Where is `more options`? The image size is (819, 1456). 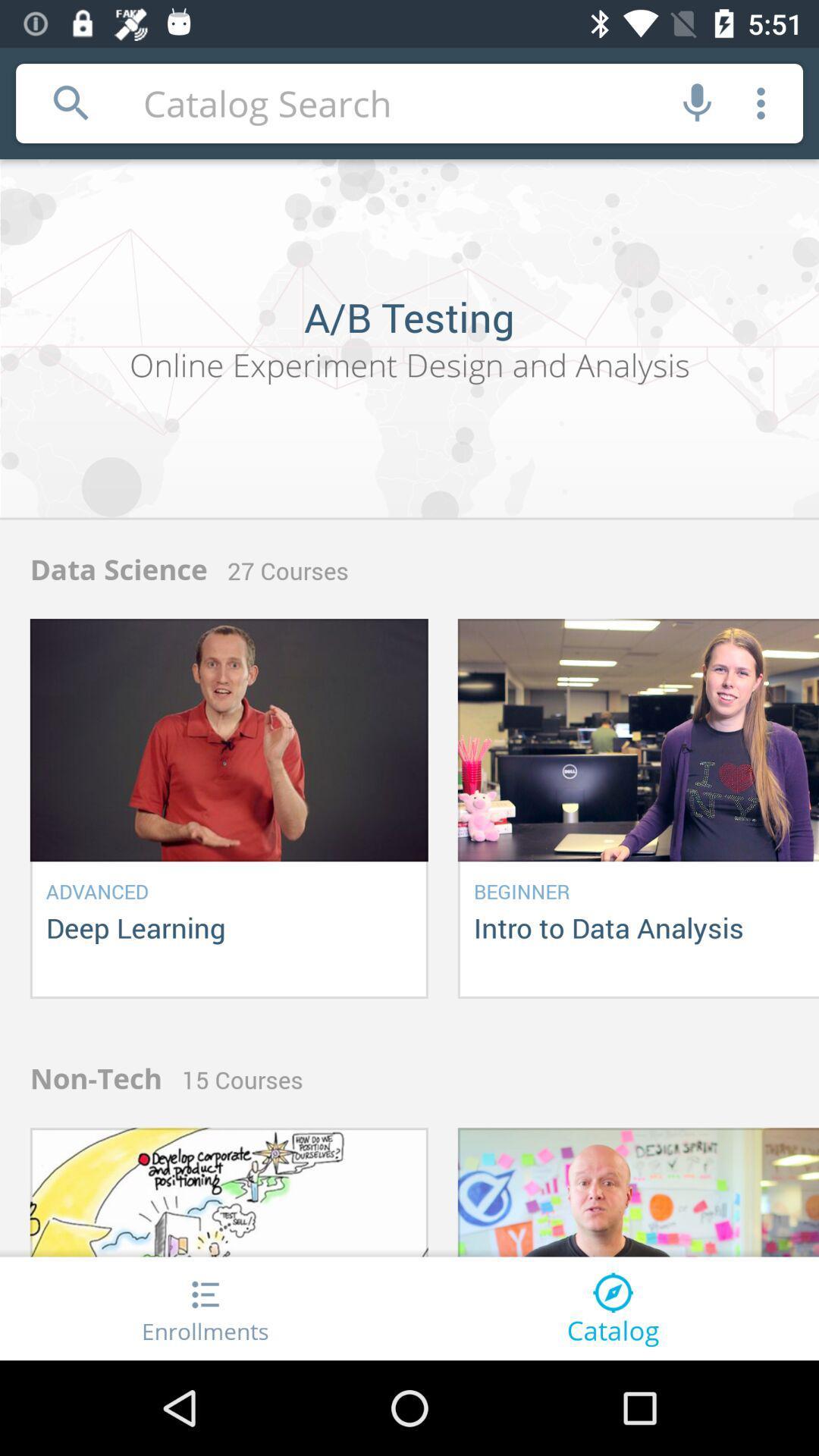 more options is located at coordinates (761, 102).